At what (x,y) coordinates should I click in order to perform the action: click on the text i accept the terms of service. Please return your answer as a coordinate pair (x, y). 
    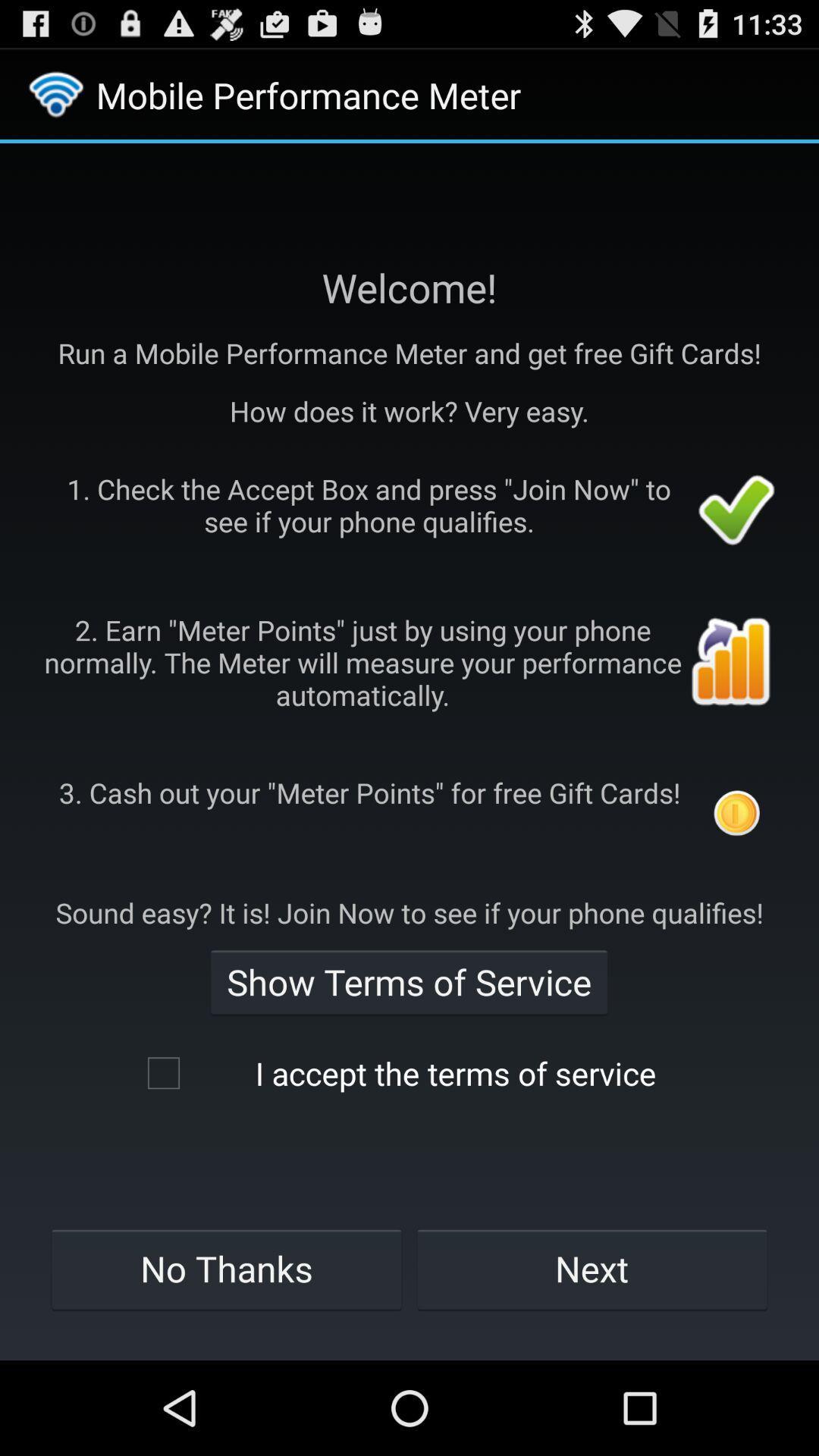
    Looking at the image, I should click on (408, 1072).